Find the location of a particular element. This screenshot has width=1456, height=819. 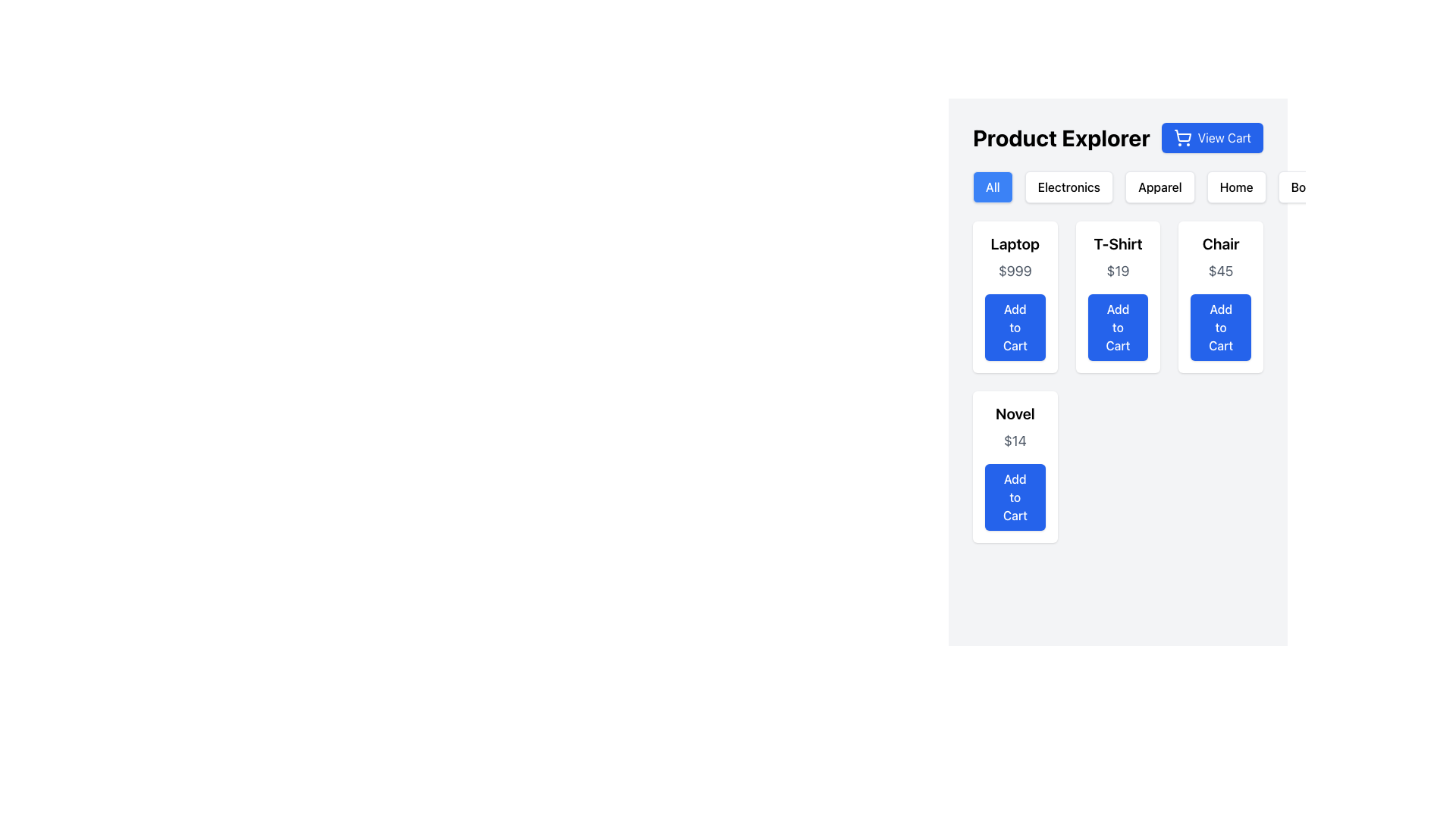

the 'Electronics' button on the horizontal navigation bar is located at coordinates (1118, 186).